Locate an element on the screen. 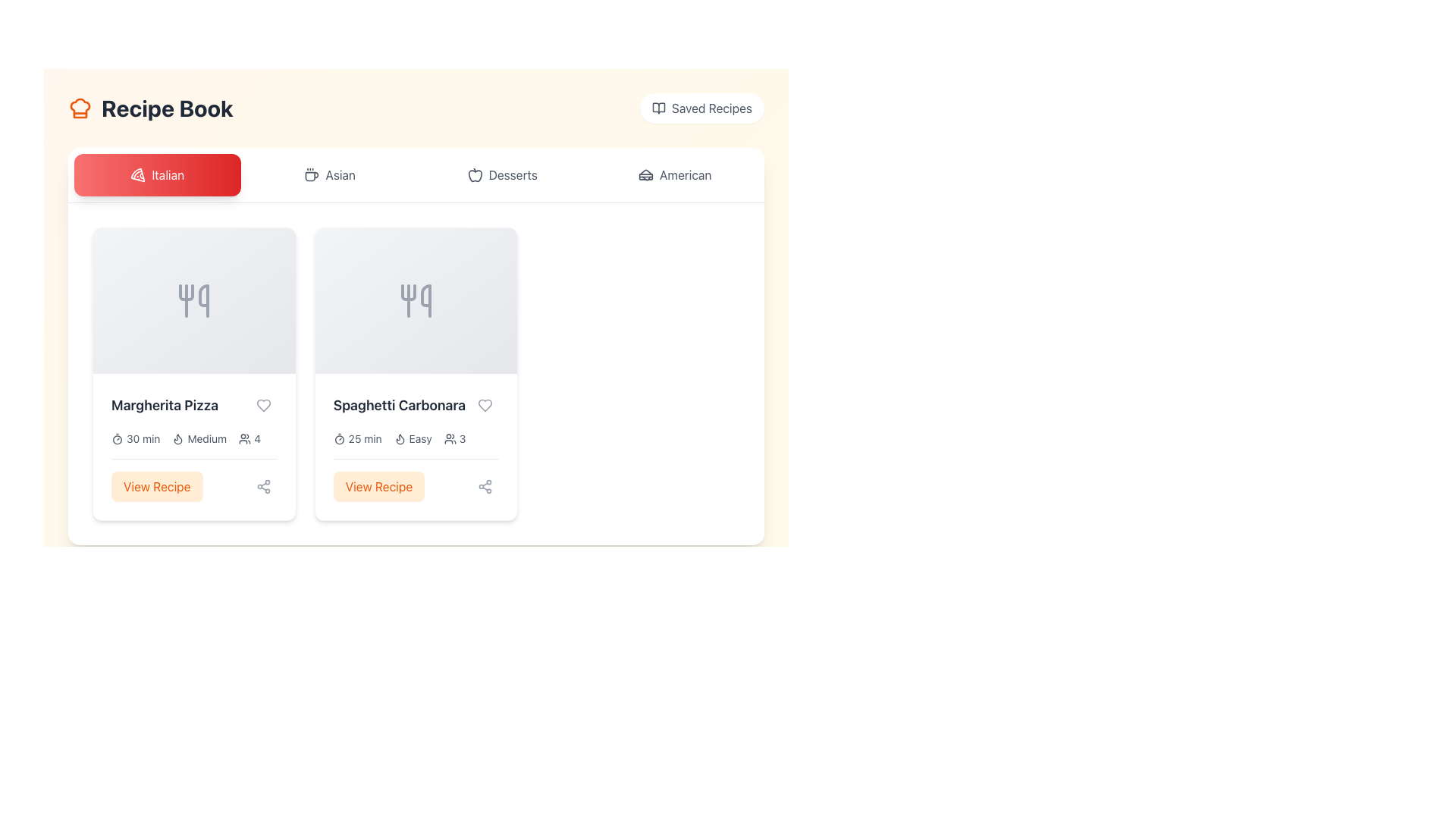  the minimalistic sandwich icon located to the left of the text 'American' in the navigation menu is located at coordinates (645, 174).